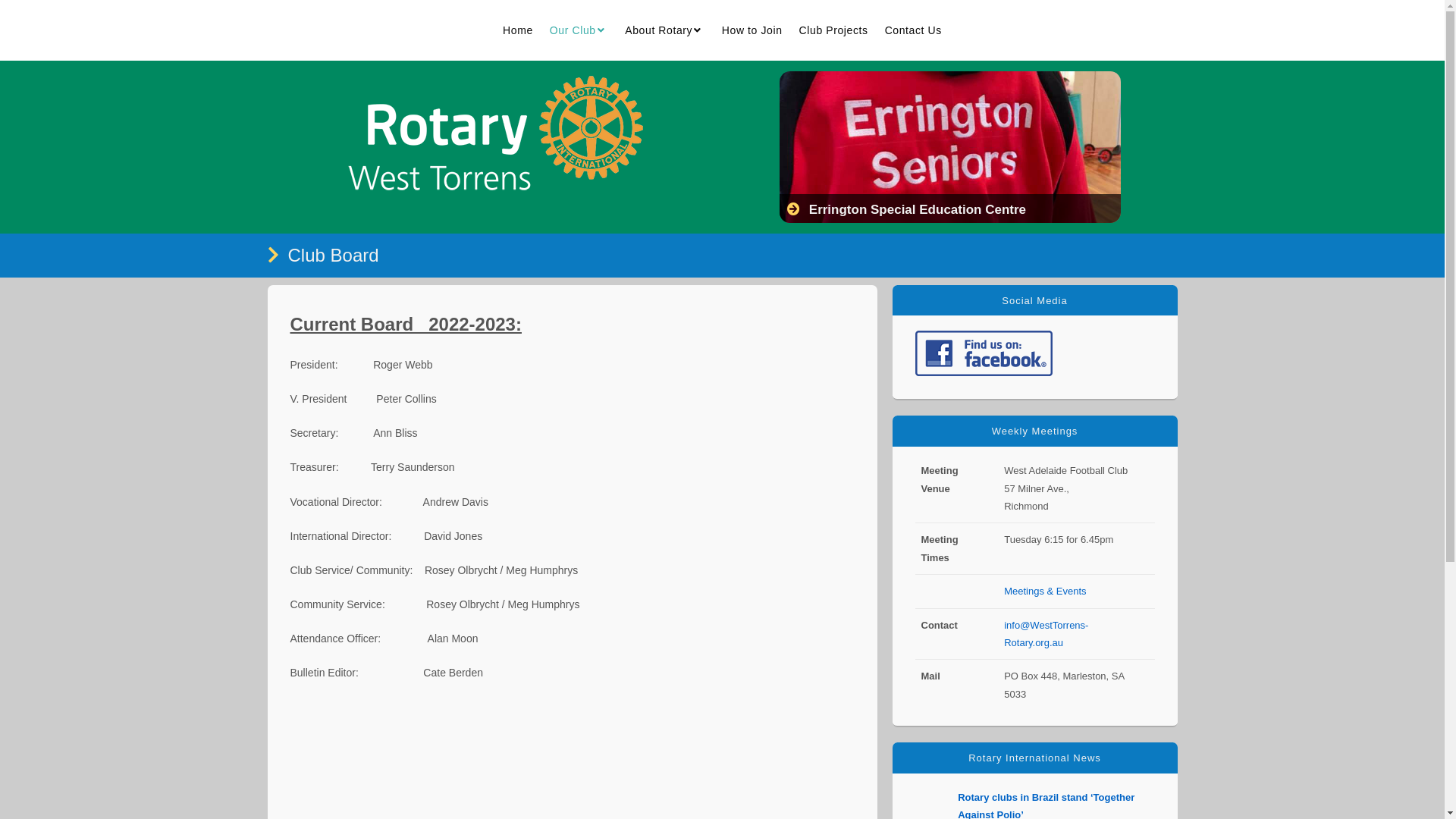  What do you see at coordinates (665, 30) in the screenshot?
I see `'About Rotary'` at bounding box center [665, 30].